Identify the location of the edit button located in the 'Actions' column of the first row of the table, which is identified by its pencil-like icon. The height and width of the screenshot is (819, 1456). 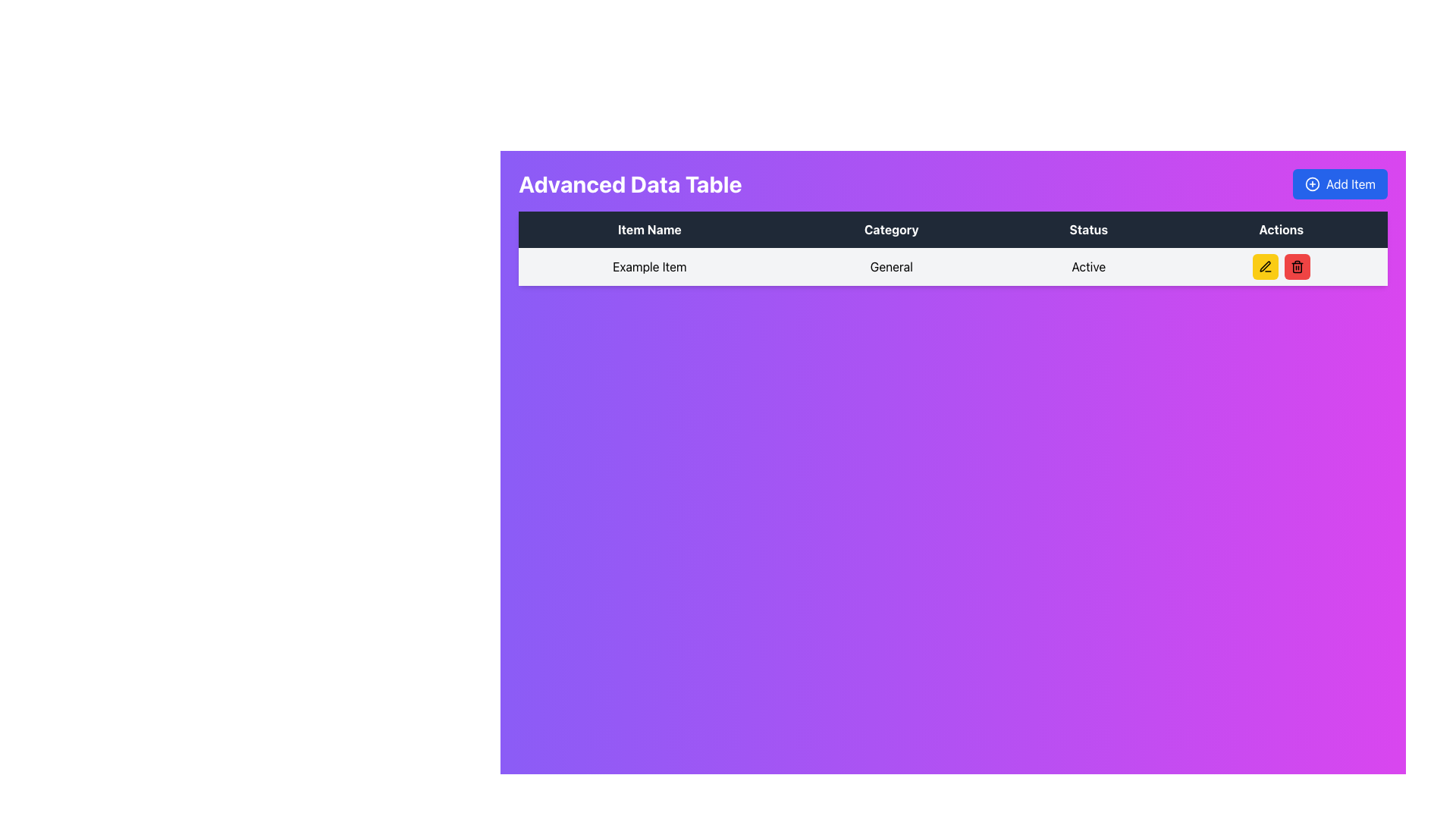
(1265, 265).